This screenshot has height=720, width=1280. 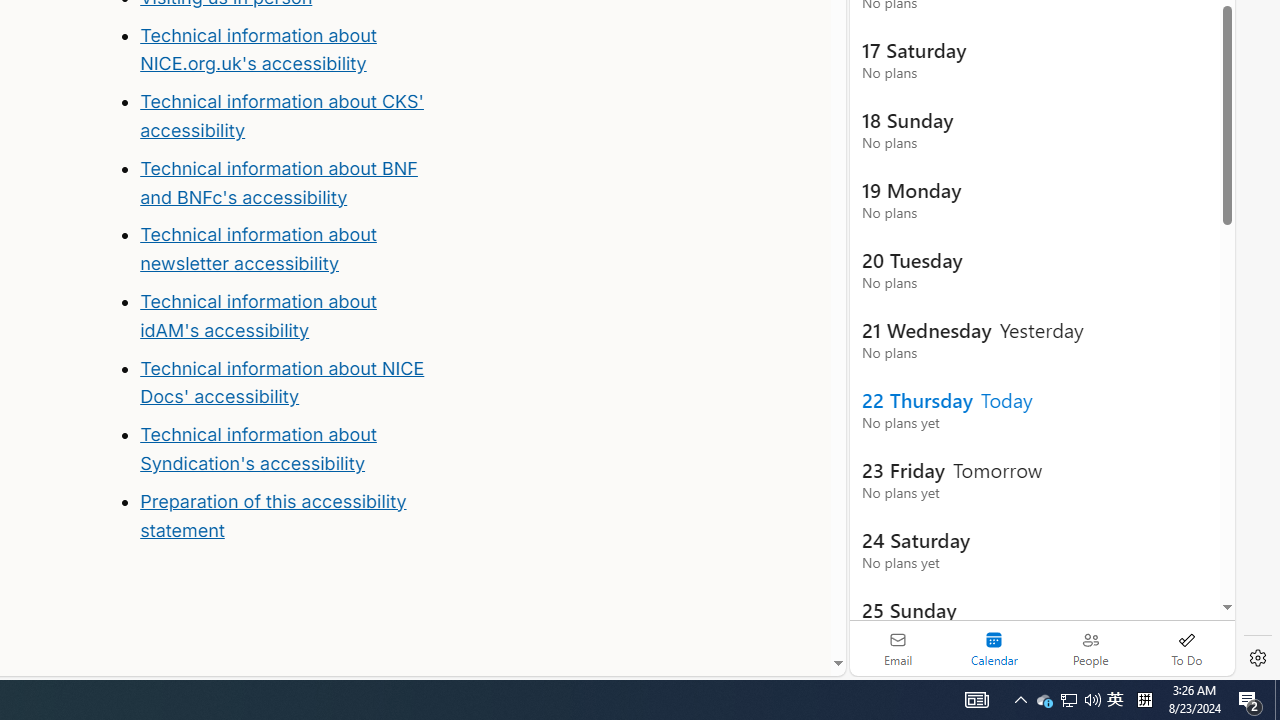 What do you see at coordinates (1089, 648) in the screenshot?
I see `'People'` at bounding box center [1089, 648].